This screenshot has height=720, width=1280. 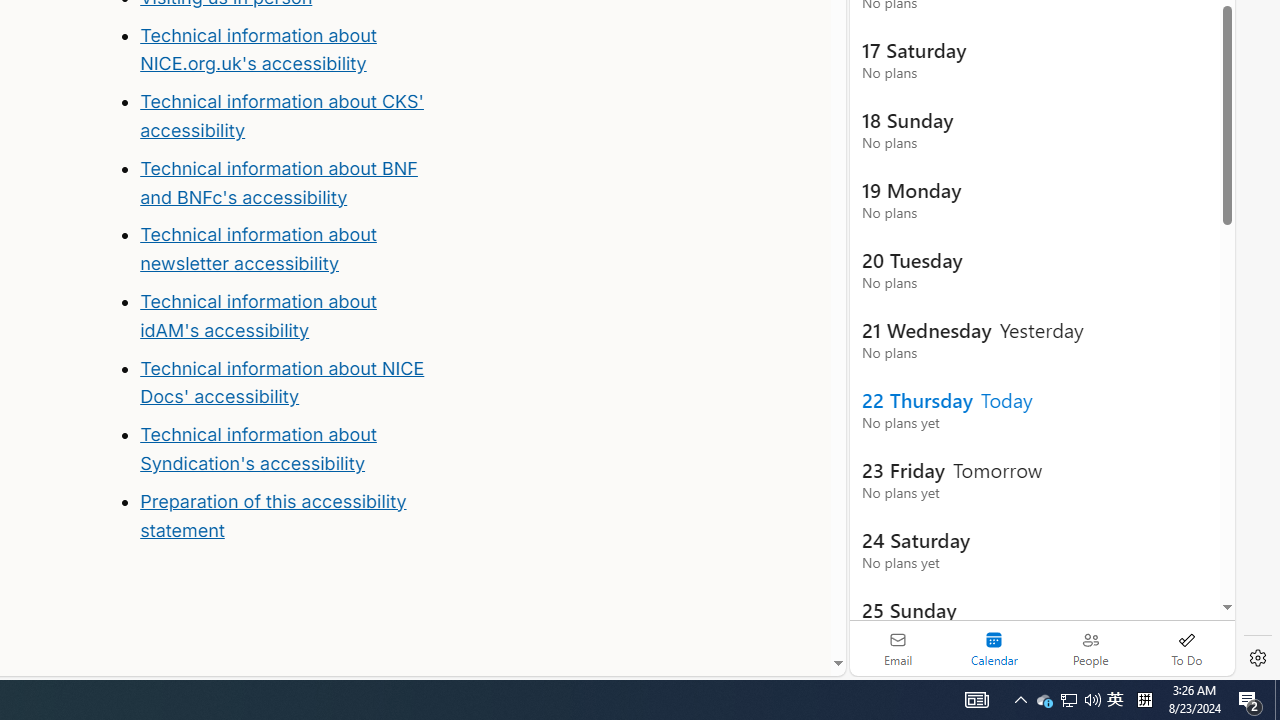 What do you see at coordinates (1089, 648) in the screenshot?
I see `'People'` at bounding box center [1089, 648].